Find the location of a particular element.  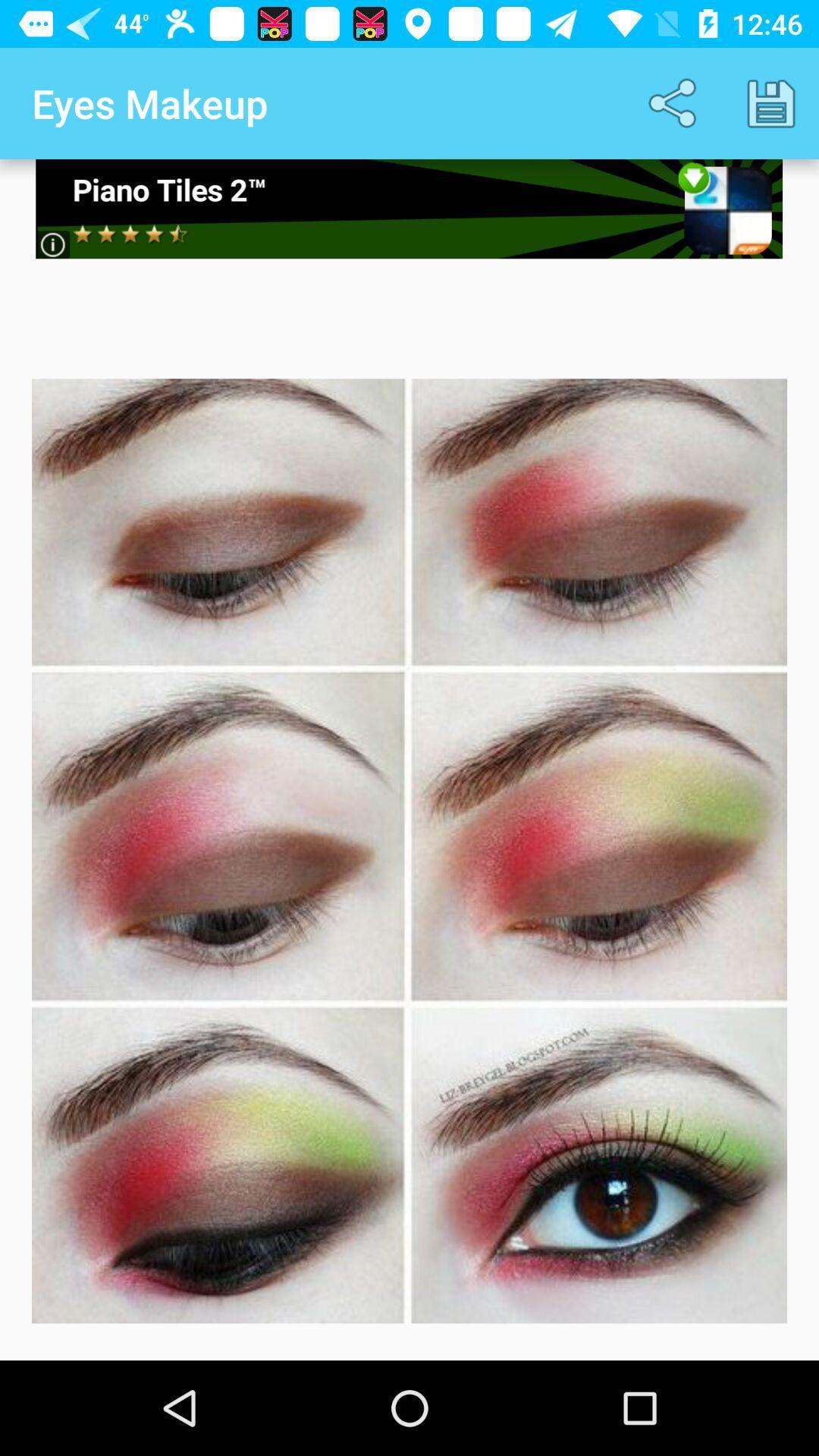

the icon to the right of the eyes makeup app is located at coordinates (675, 102).